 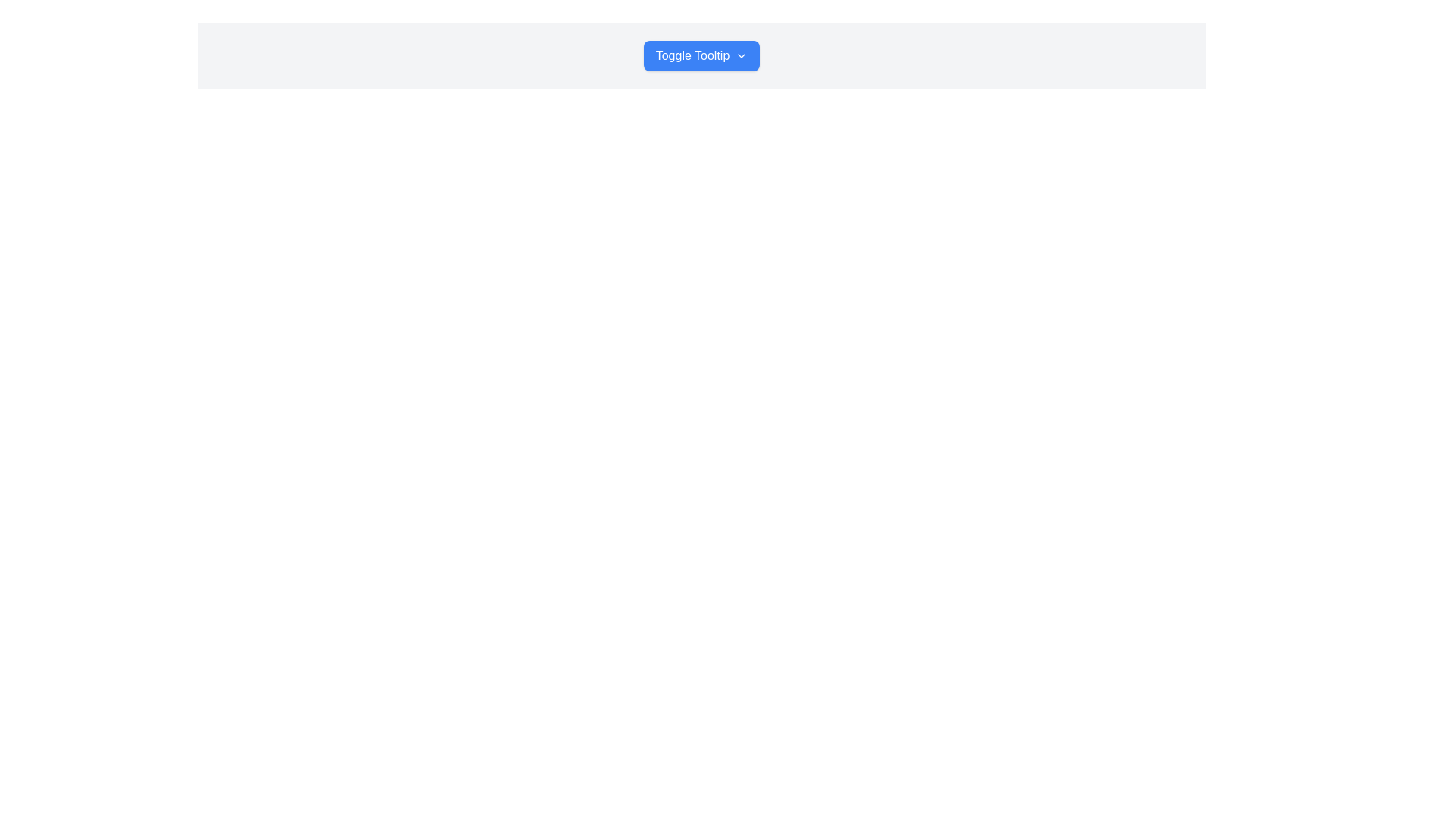 I want to click on the dropdown icon located to the right of the 'Toggle Tooltip' button to expand or retract associated content, so click(x=742, y=55).